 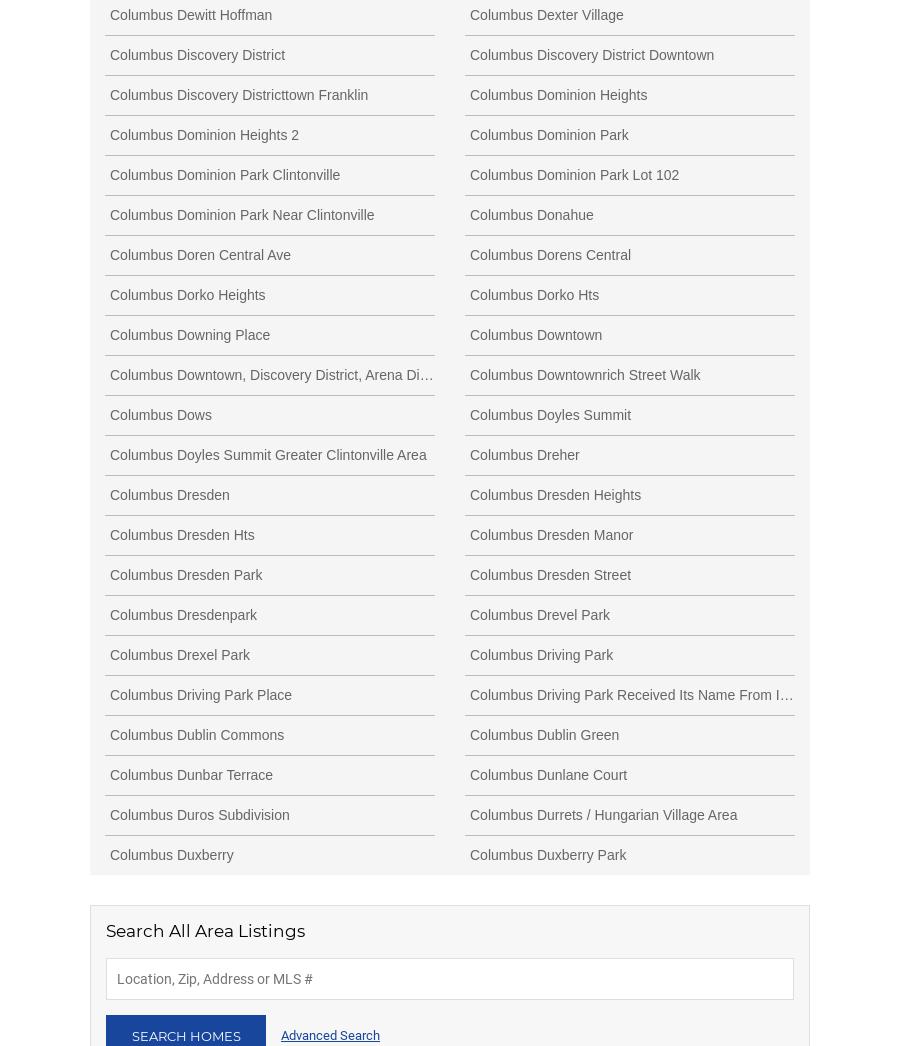 I want to click on 'Advanced Search', so click(x=329, y=1035).